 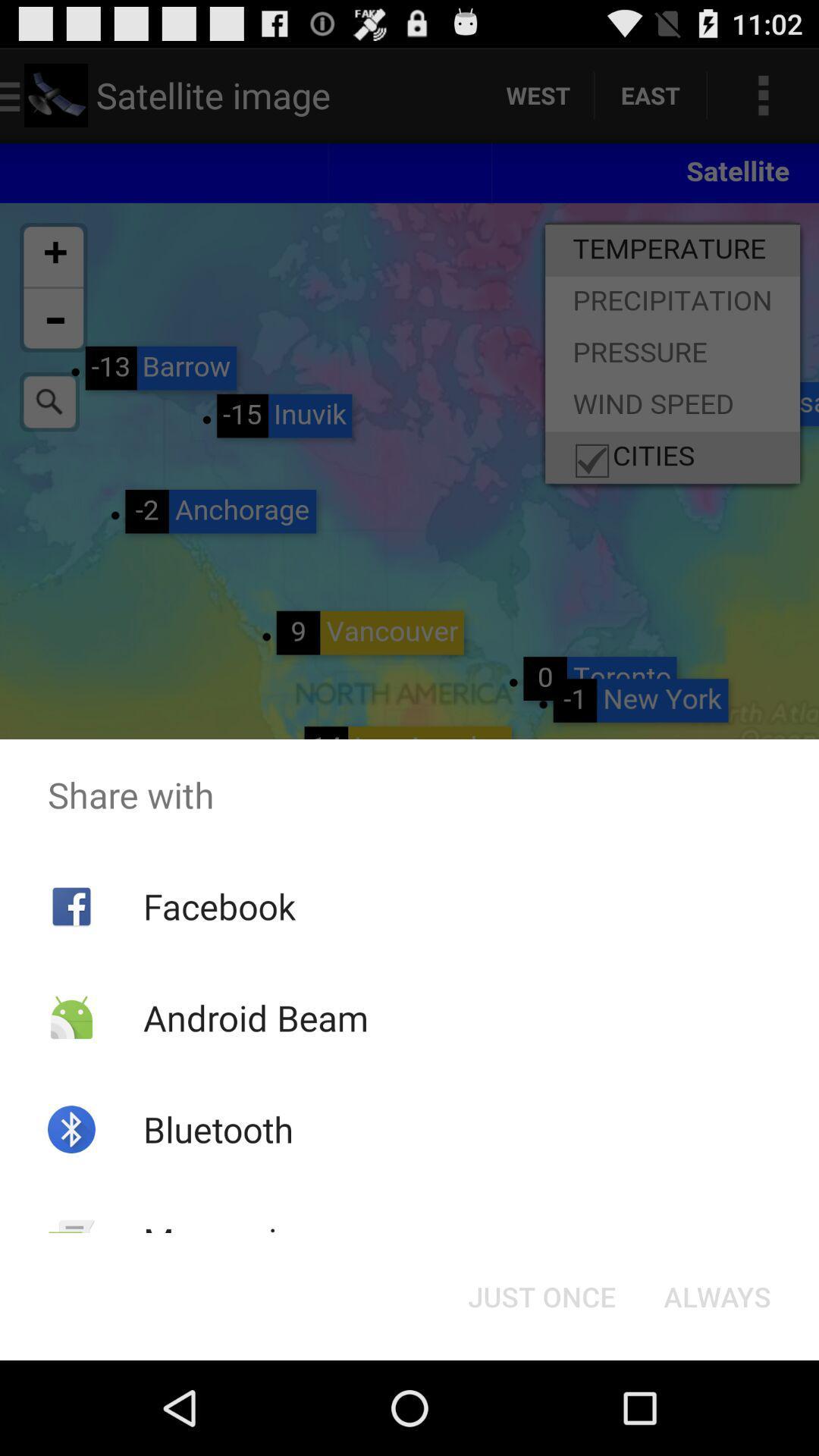 What do you see at coordinates (255, 1018) in the screenshot?
I see `the app below the facebook app` at bounding box center [255, 1018].